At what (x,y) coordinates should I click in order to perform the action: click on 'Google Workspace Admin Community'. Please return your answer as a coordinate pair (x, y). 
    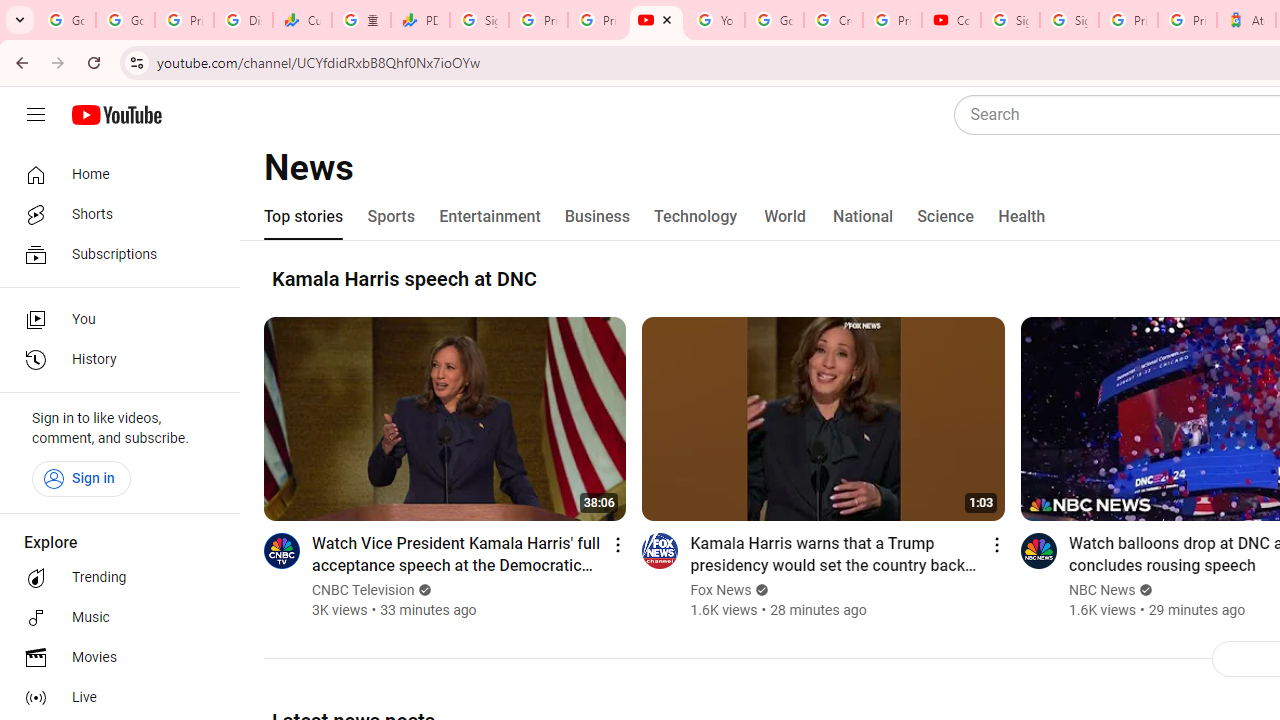
    Looking at the image, I should click on (66, 20).